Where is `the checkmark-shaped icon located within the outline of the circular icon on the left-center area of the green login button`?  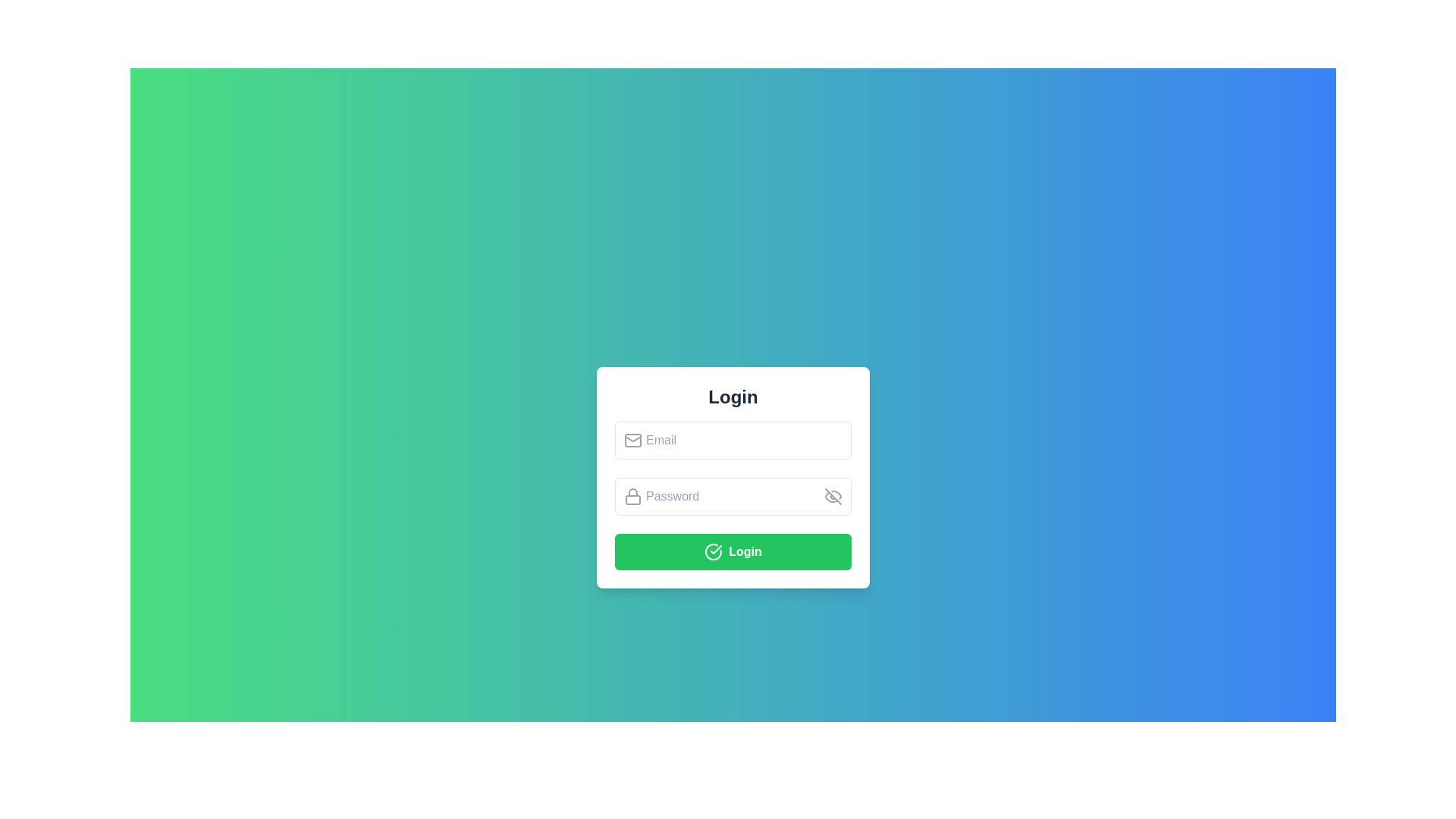 the checkmark-shaped icon located within the outline of the circular icon on the left-center area of the green login button is located at coordinates (715, 550).